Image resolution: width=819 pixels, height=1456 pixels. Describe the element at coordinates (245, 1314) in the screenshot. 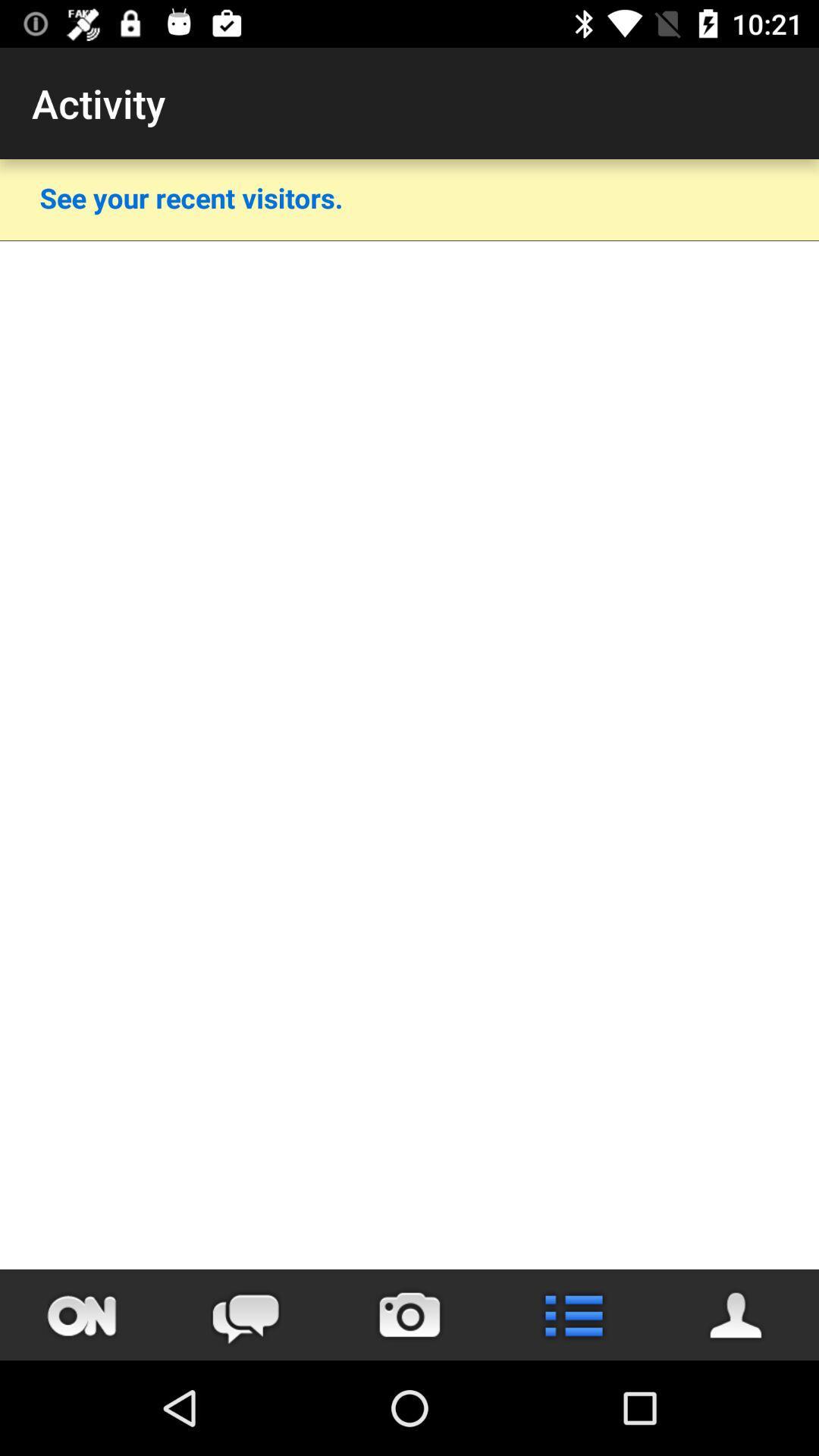

I see `conversation history option` at that location.